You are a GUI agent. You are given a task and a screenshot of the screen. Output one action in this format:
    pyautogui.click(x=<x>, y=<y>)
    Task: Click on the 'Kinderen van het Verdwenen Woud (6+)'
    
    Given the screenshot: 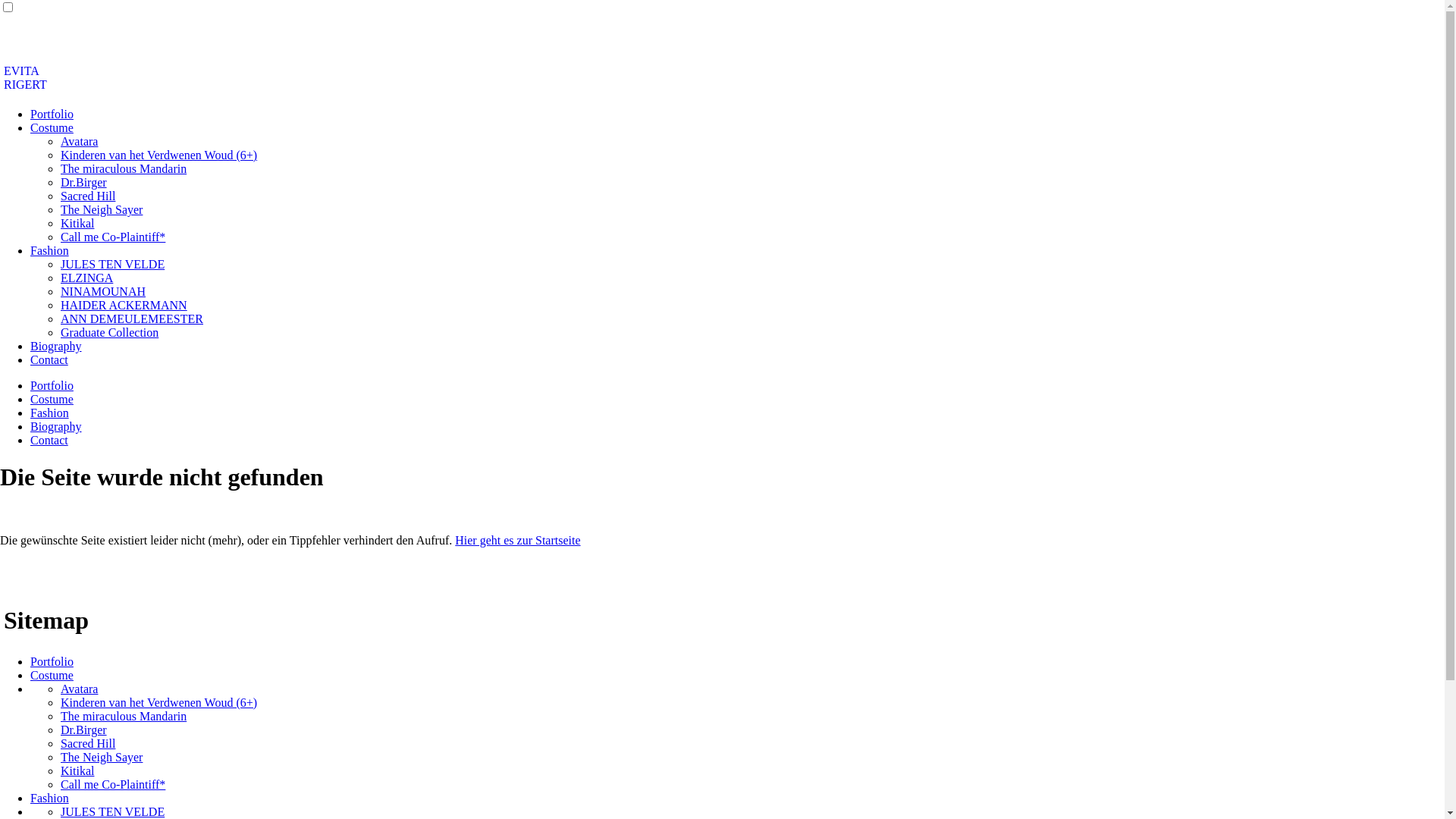 What is the action you would take?
    pyautogui.click(x=61, y=702)
    